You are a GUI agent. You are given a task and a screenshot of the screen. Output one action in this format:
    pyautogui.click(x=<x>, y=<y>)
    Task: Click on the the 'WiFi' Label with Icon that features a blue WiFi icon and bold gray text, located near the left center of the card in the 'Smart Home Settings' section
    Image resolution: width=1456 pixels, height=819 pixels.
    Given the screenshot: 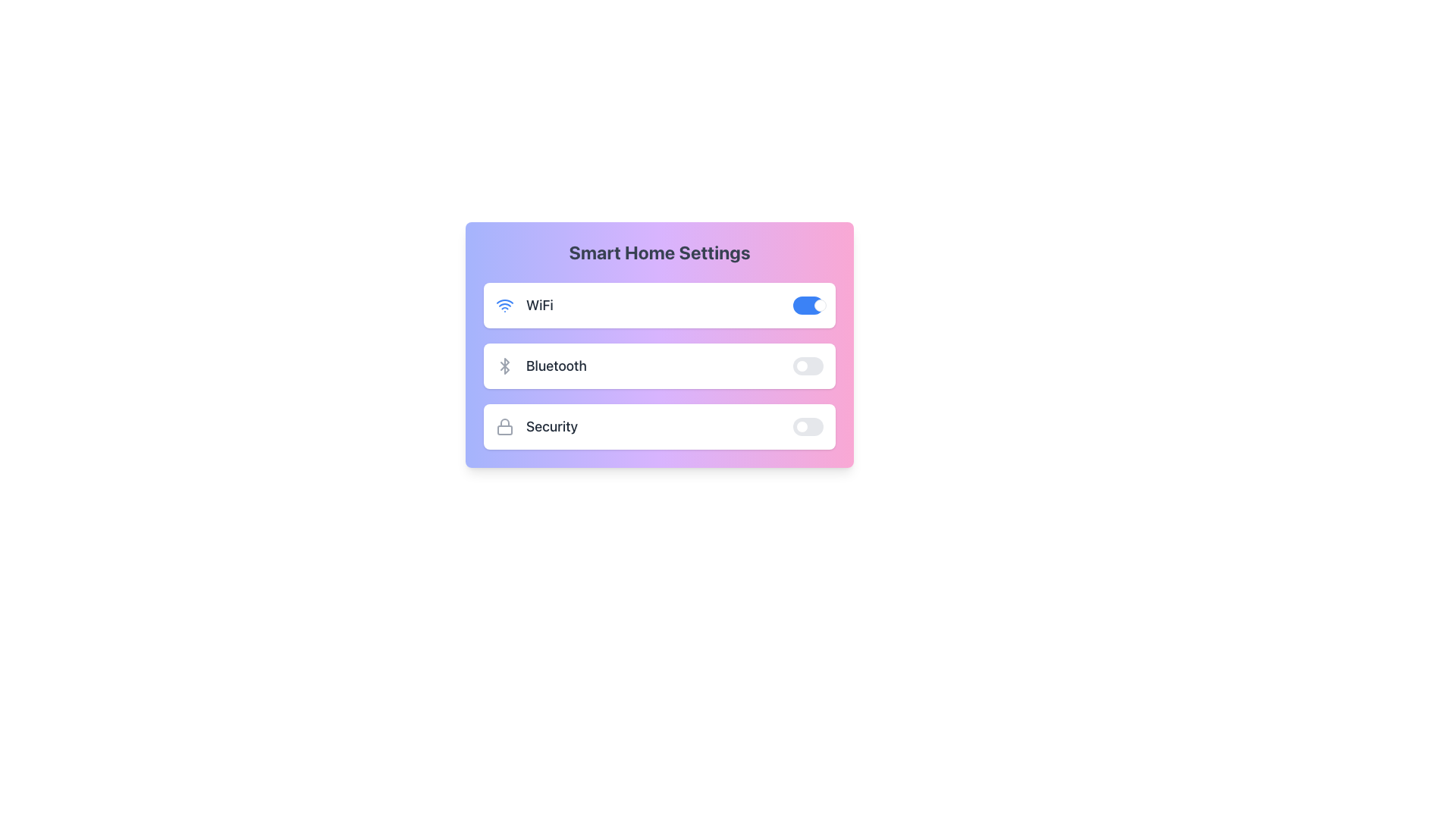 What is the action you would take?
    pyautogui.click(x=524, y=305)
    